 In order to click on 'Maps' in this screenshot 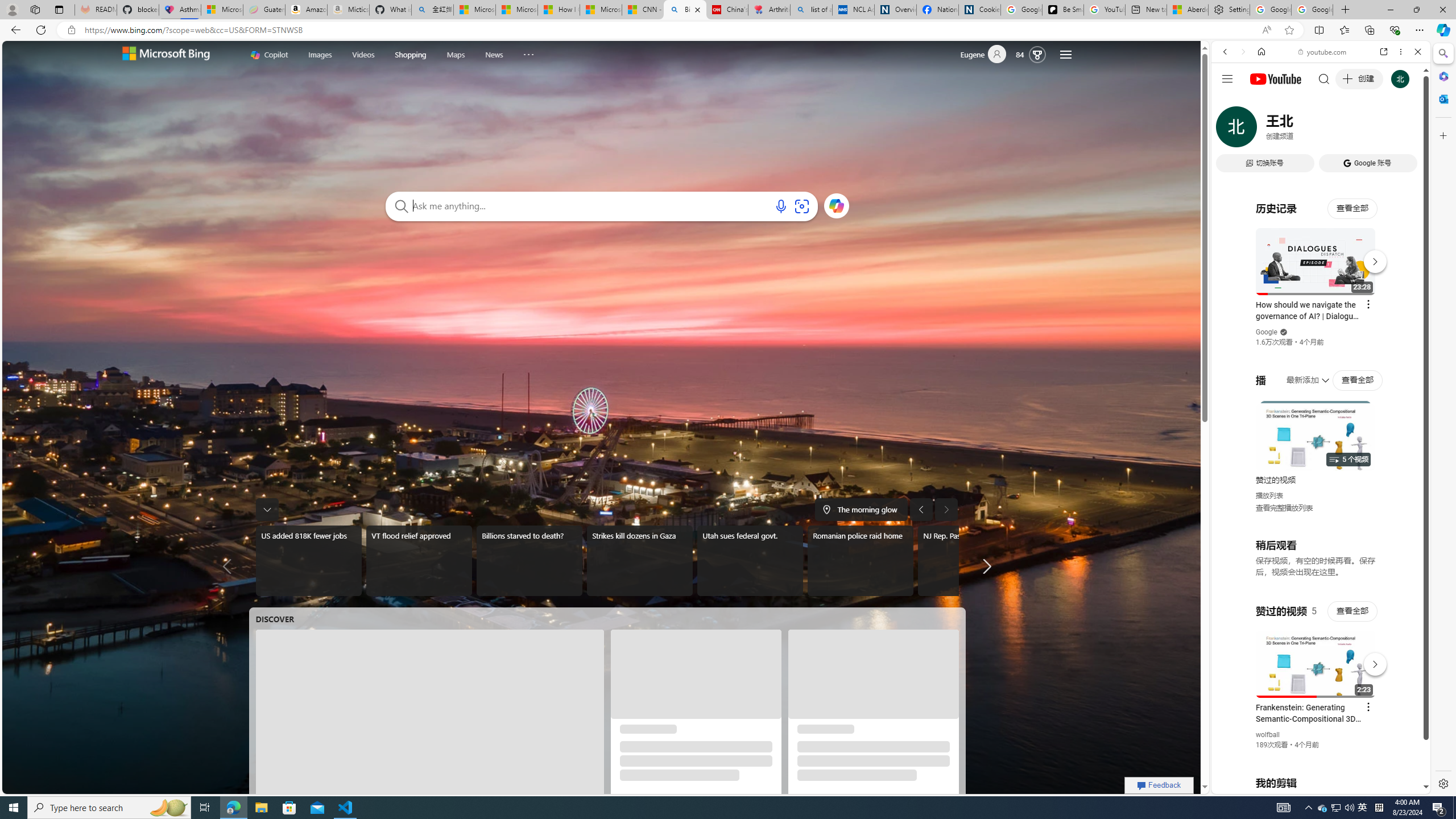, I will do `click(456, 54)`.